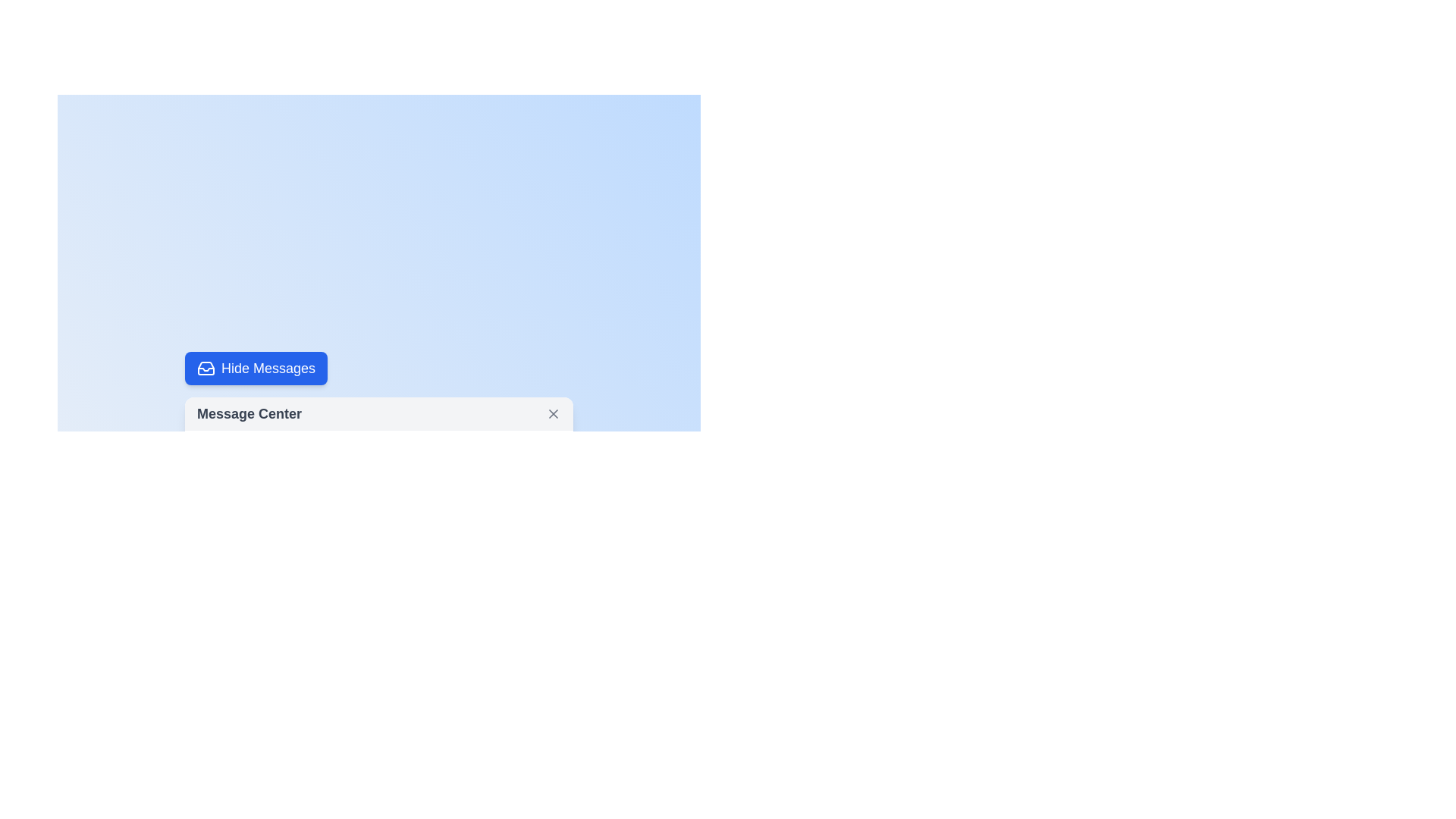  I want to click on the 'Hide Messages' button, which is a rectangular button with a blue background, white text, and an inbox icon, located in the 'Message Center' section, so click(256, 369).